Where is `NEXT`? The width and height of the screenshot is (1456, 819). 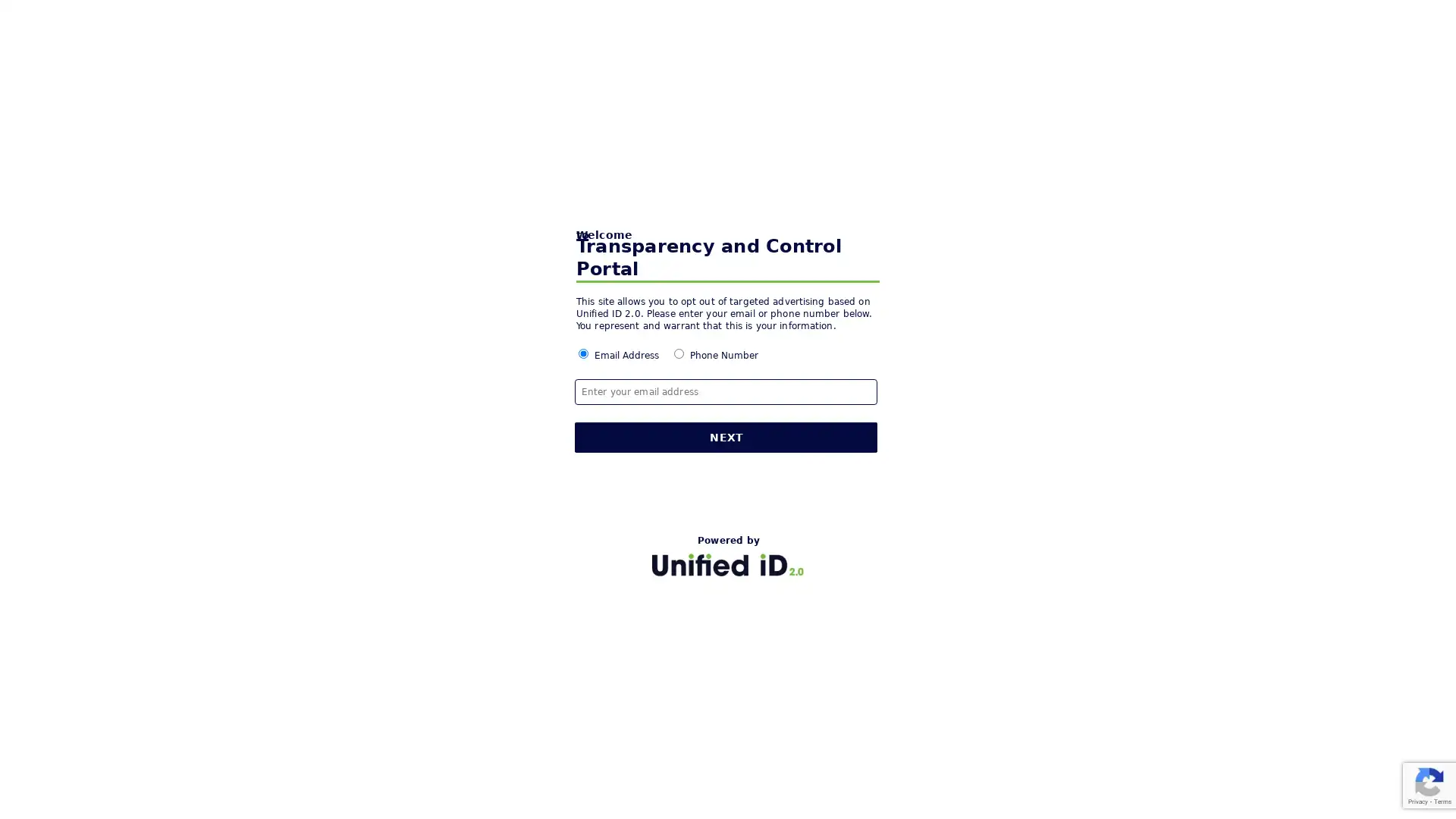 NEXT is located at coordinates (726, 438).